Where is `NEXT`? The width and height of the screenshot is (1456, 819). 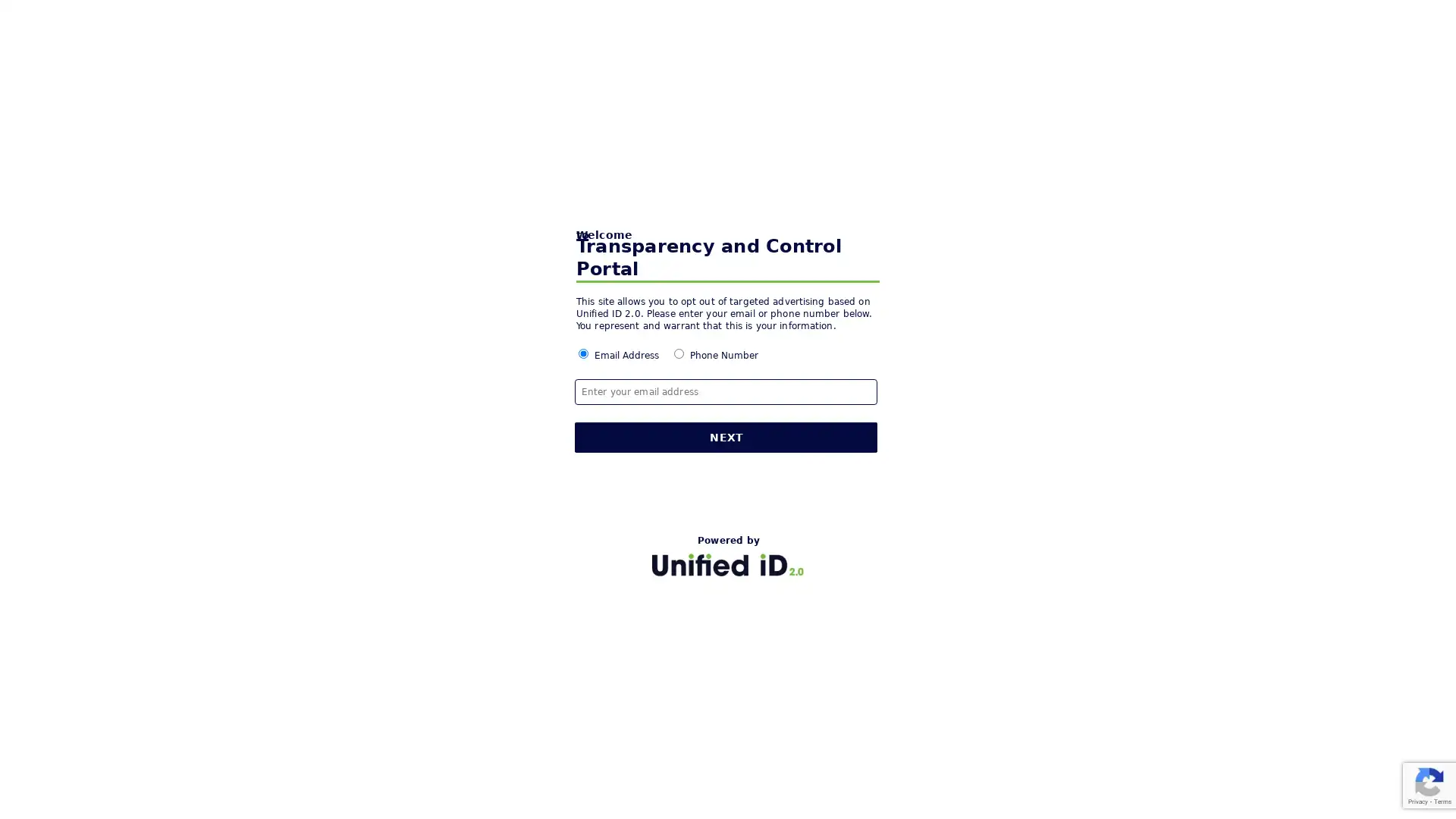 NEXT is located at coordinates (726, 438).